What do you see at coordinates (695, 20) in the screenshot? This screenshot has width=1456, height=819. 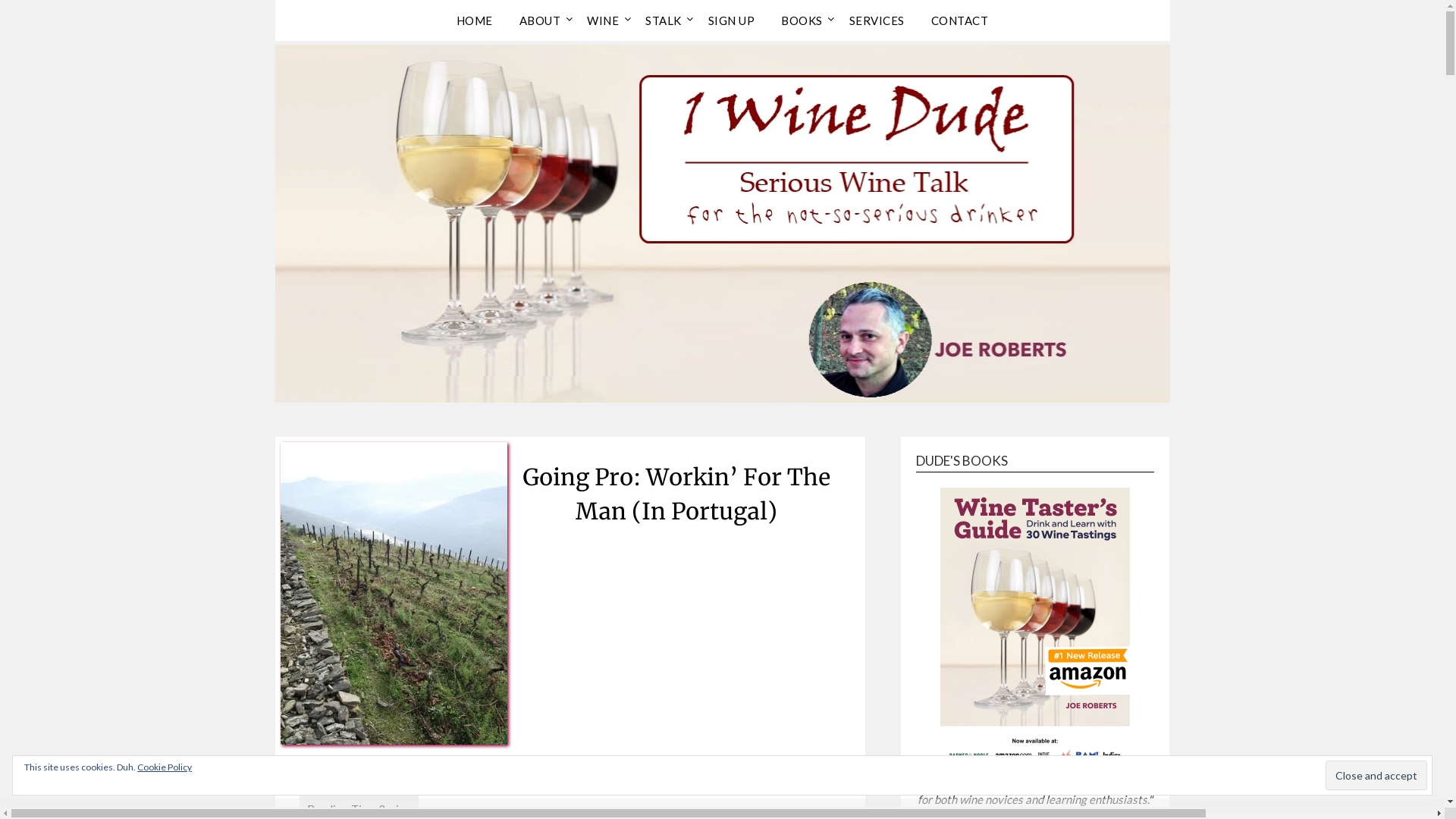 I see `'SIGN UP'` at bounding box center [695, 20].